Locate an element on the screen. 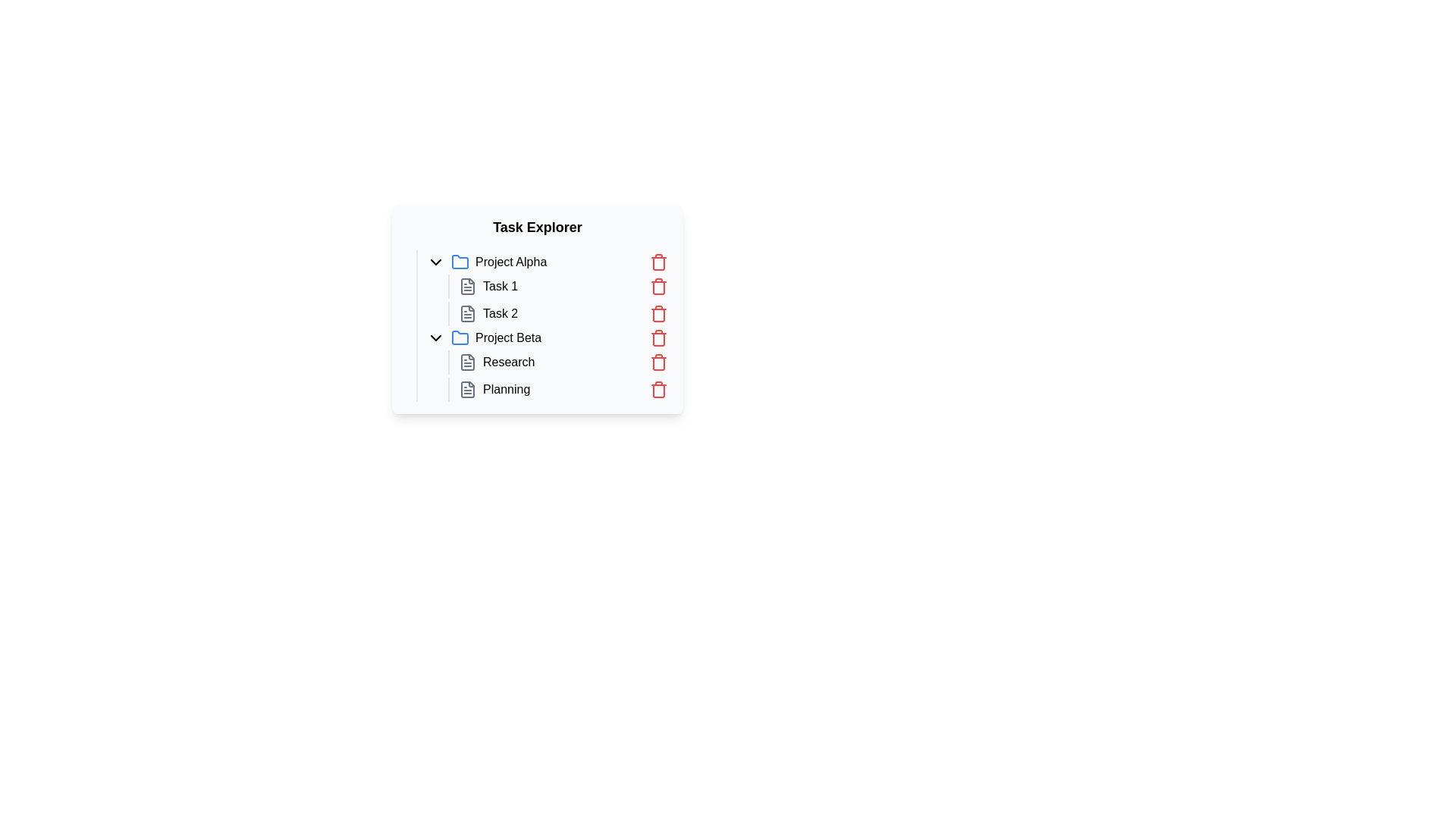  the 'Task 2' item in the 'Project Alpha' section is located at coordinates (559, 312).